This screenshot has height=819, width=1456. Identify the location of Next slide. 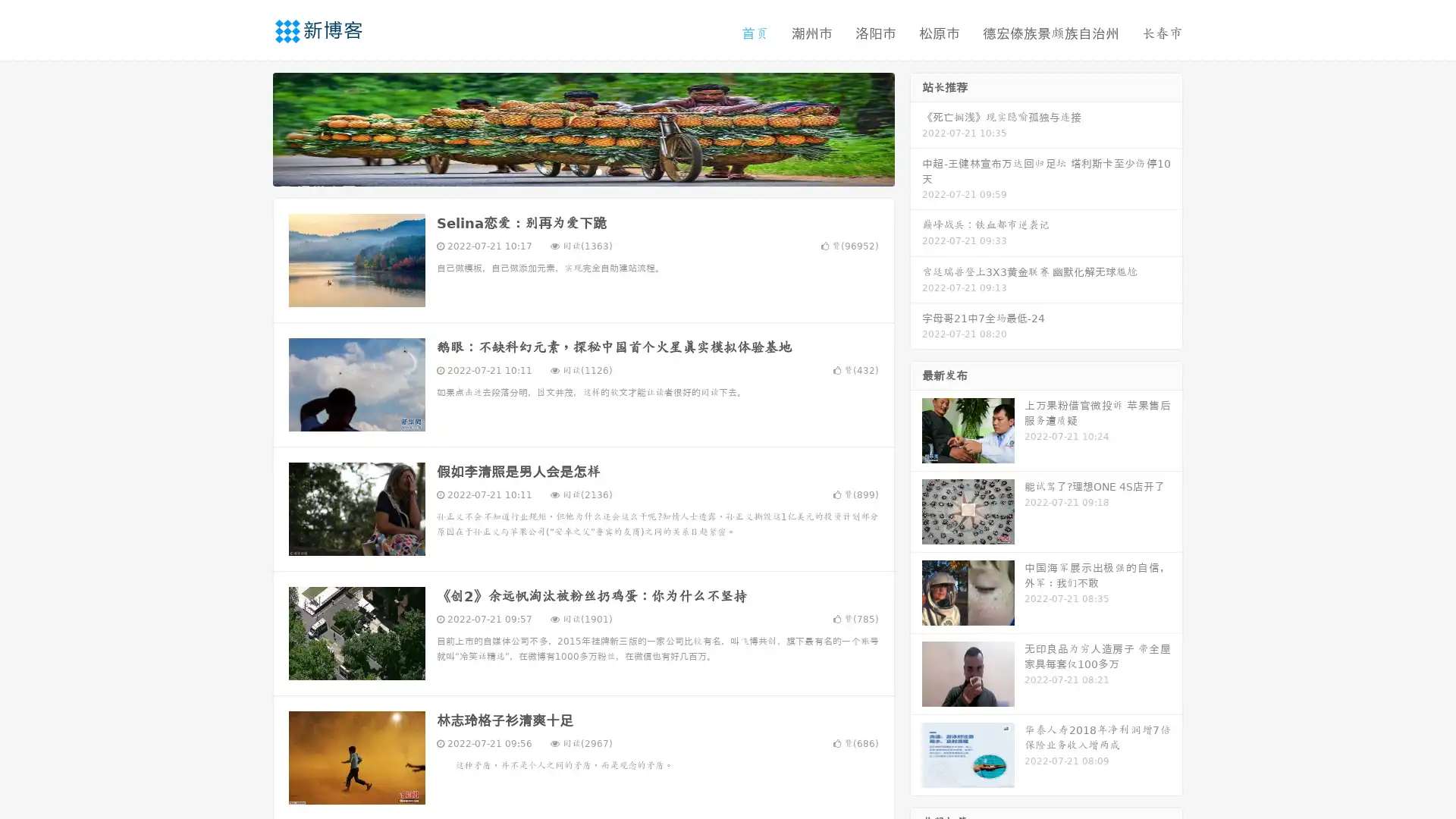
(916, 127).